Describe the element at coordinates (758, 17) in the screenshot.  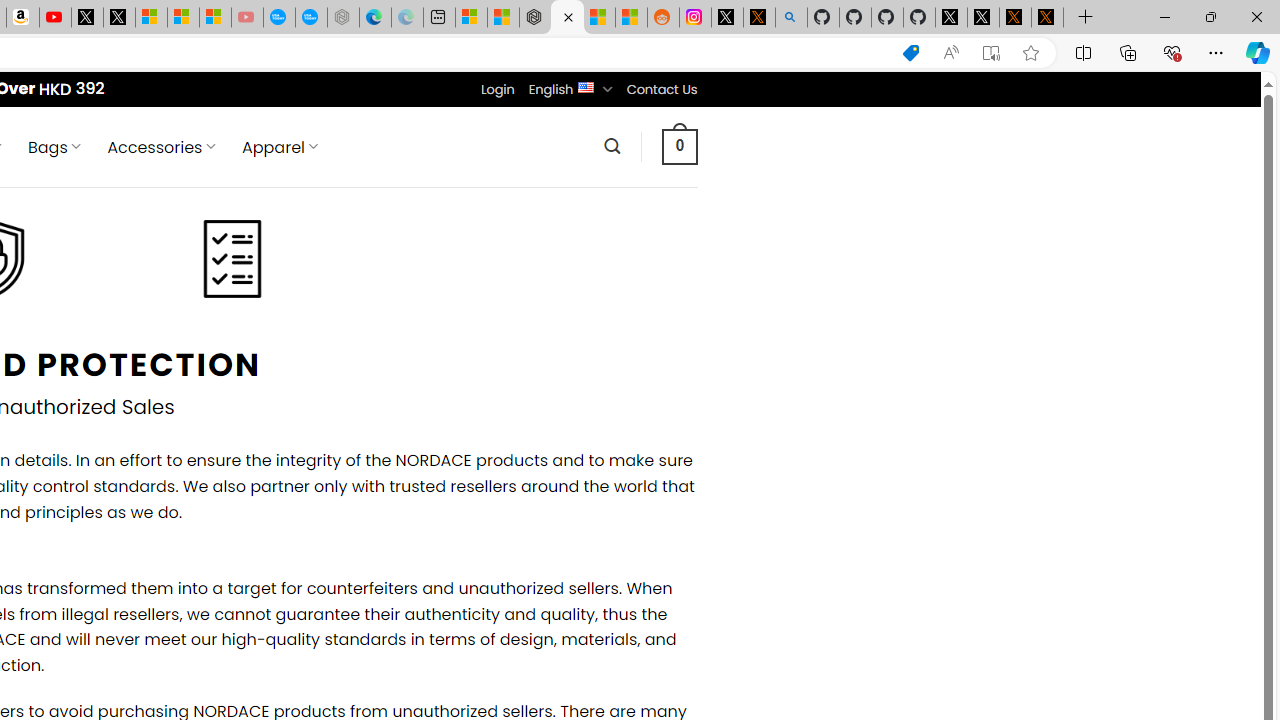
I see `'help.x.com | 524: A timeout occurred'` at that location.